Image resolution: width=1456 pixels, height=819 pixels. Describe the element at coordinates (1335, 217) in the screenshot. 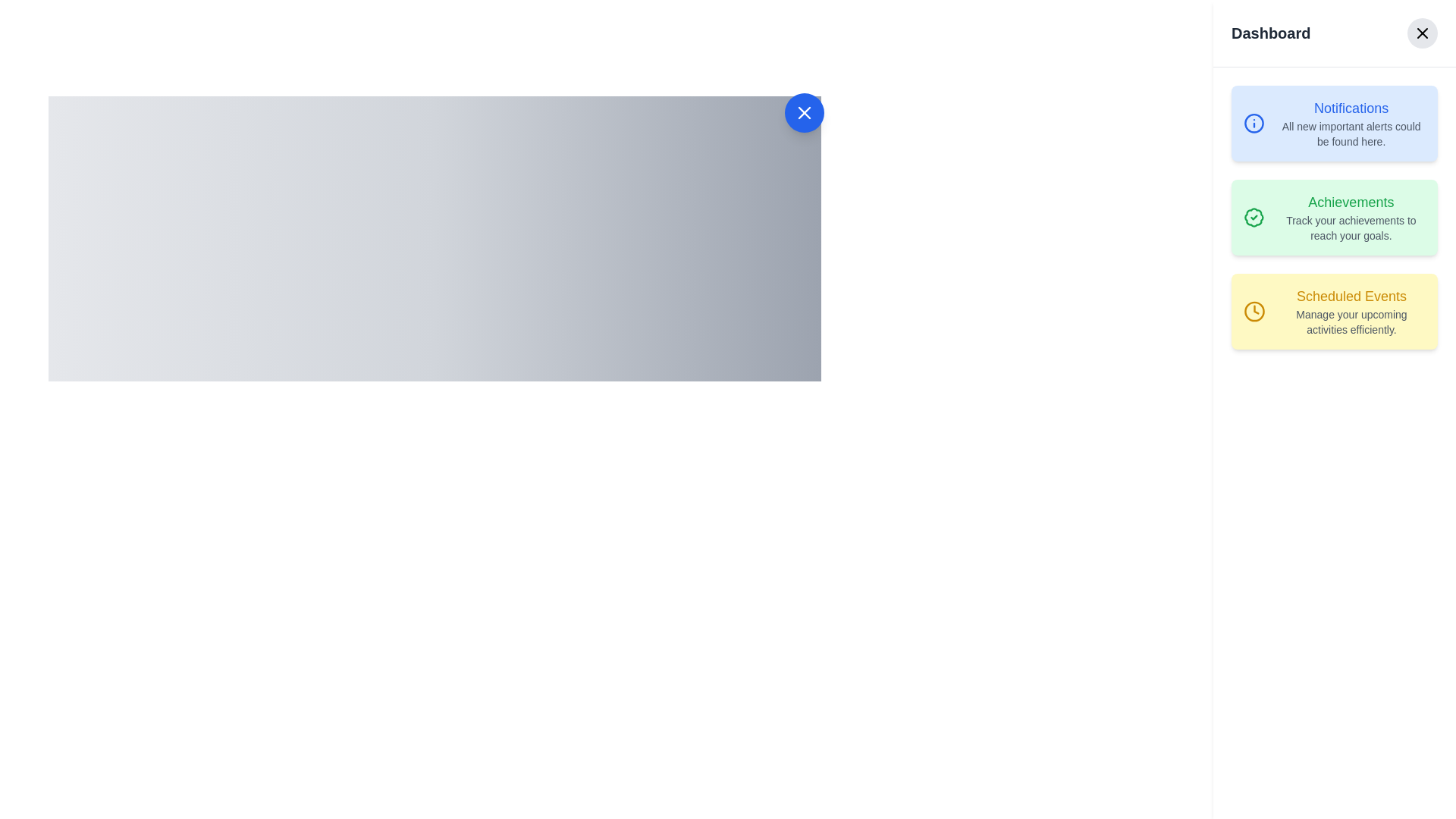

I see `the 'Achievements' Informational Card element, which is a green rectangular card with rounded corners located in the sidebar panel, positioned beneath the 'Notifications' card` at that location.